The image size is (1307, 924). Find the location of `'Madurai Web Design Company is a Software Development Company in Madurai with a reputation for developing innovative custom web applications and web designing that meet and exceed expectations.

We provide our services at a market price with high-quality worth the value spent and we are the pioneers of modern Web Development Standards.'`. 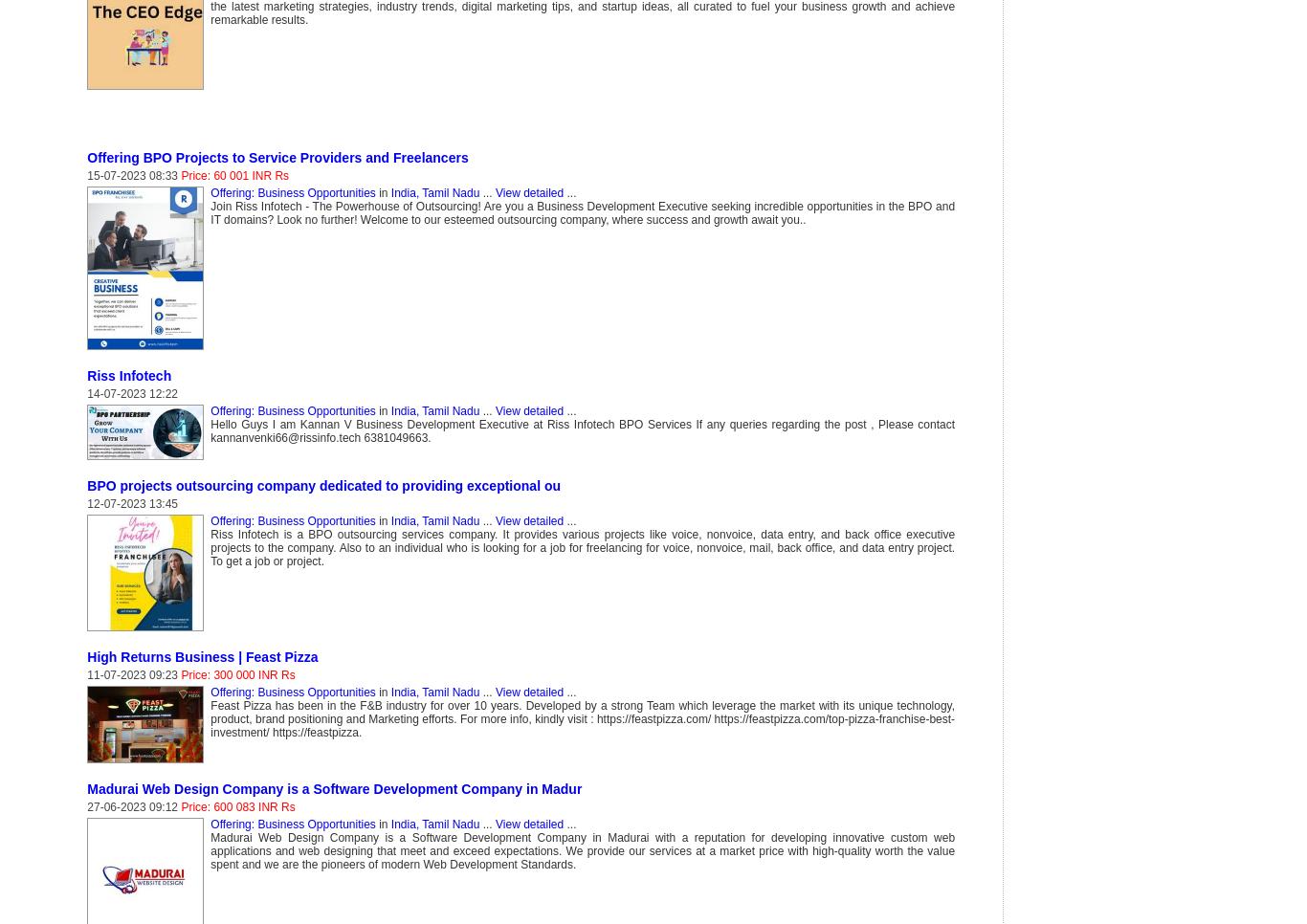

'Madurai Web Design Company is a Software Development Company in Madurai with a reputation for developing innovative custom web applications and web designing that meet and exceed expectations.

We provide our services at a market price with high-quality worth the value spent and we are the pioneers of modern Web Development Standards.' is located at coordinates (210, 850).